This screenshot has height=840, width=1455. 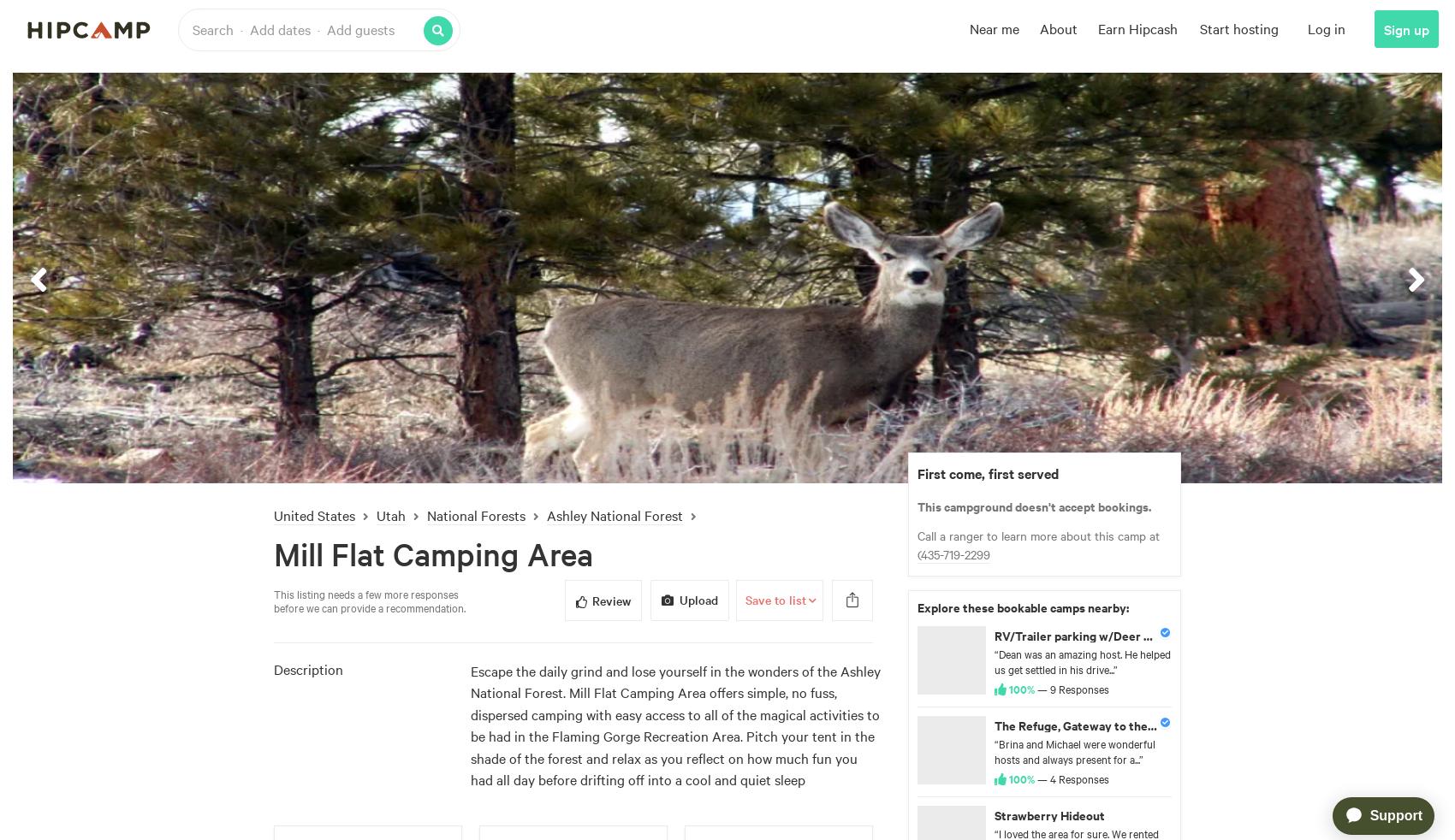 I want to click on 'Overview', so click(x=277, y=68).